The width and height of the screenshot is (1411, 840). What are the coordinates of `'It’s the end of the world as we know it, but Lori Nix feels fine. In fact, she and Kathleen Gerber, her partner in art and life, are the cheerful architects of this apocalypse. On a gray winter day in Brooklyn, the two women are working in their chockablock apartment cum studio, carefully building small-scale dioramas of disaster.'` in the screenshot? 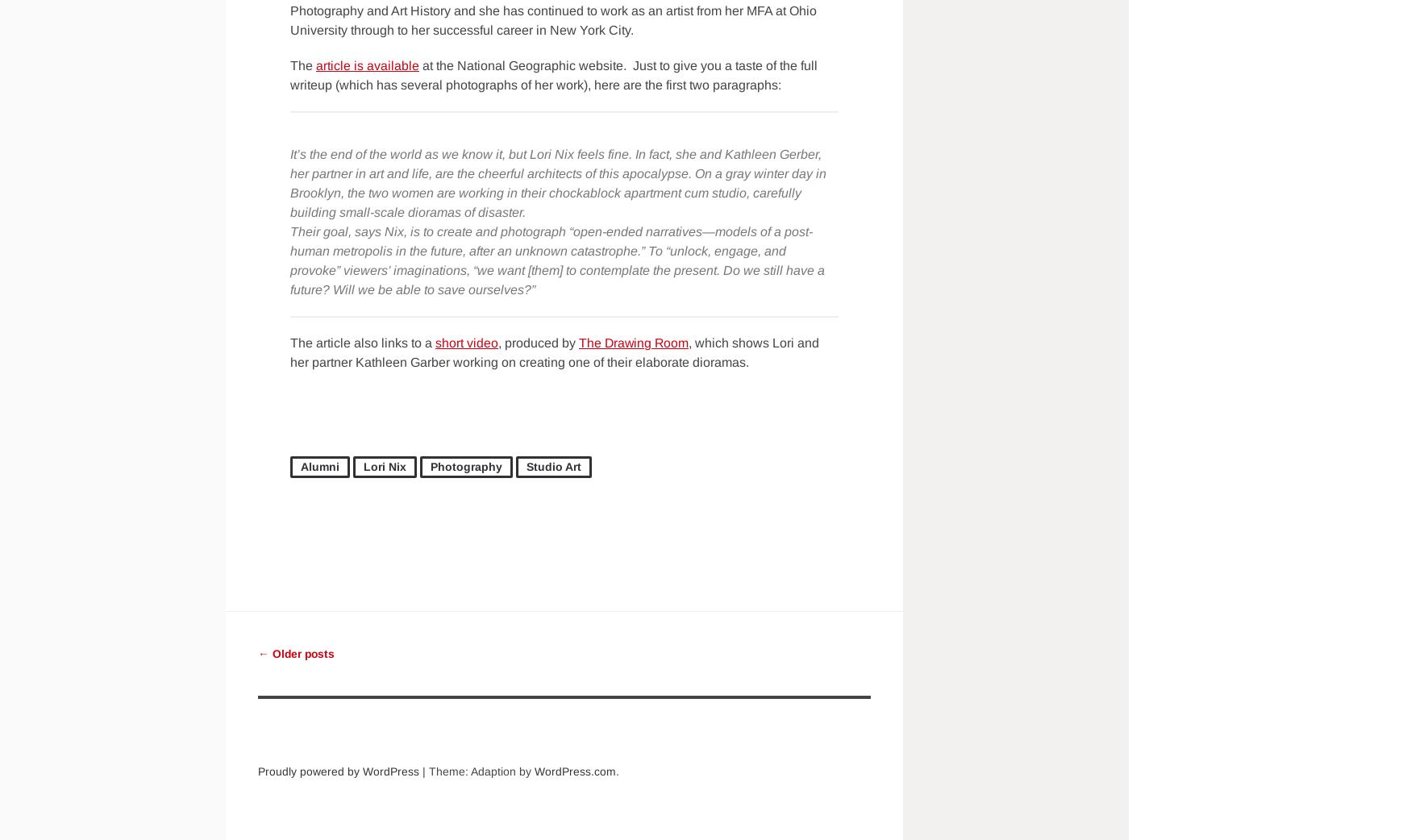 It's located at (558, 182).